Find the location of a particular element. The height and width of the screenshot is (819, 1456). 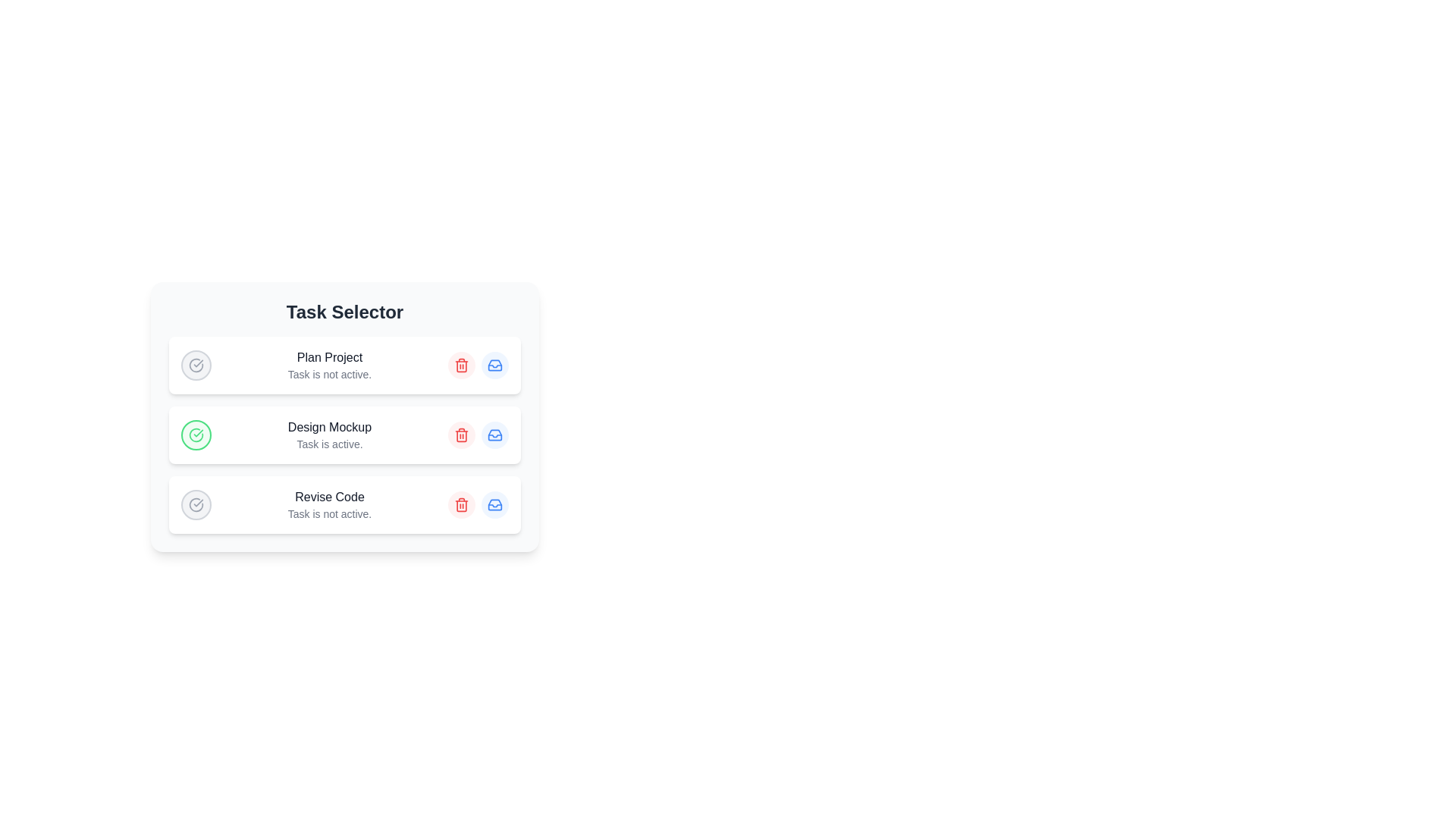

the text label displaying 'Design Mockup' and 'Task is active', which is the second item in the vertical list of tasks is located at coordinates (329, 435).